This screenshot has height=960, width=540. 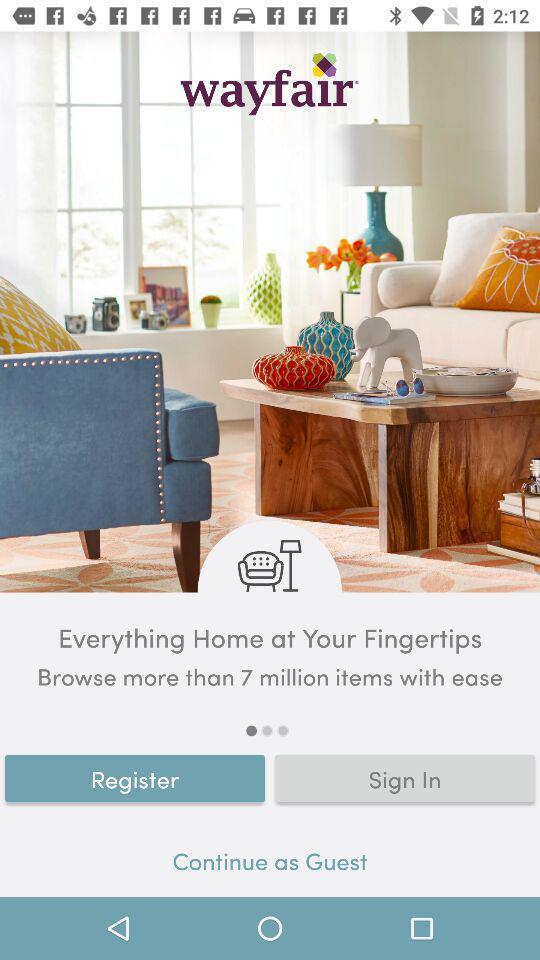 I want to click on continue as guest, so click(x=270, y=863).